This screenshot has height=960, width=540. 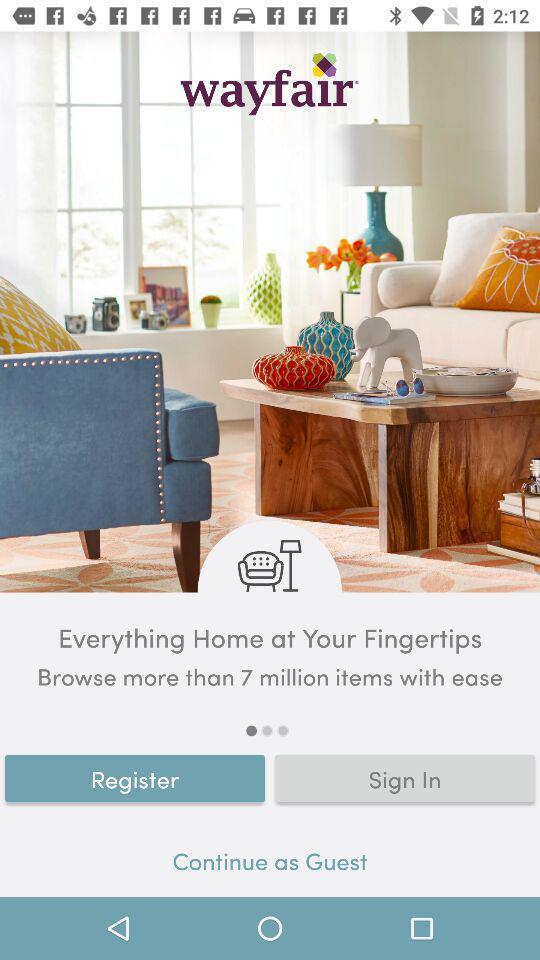 I want to click on continue as guest, so click(x=270, y=863).